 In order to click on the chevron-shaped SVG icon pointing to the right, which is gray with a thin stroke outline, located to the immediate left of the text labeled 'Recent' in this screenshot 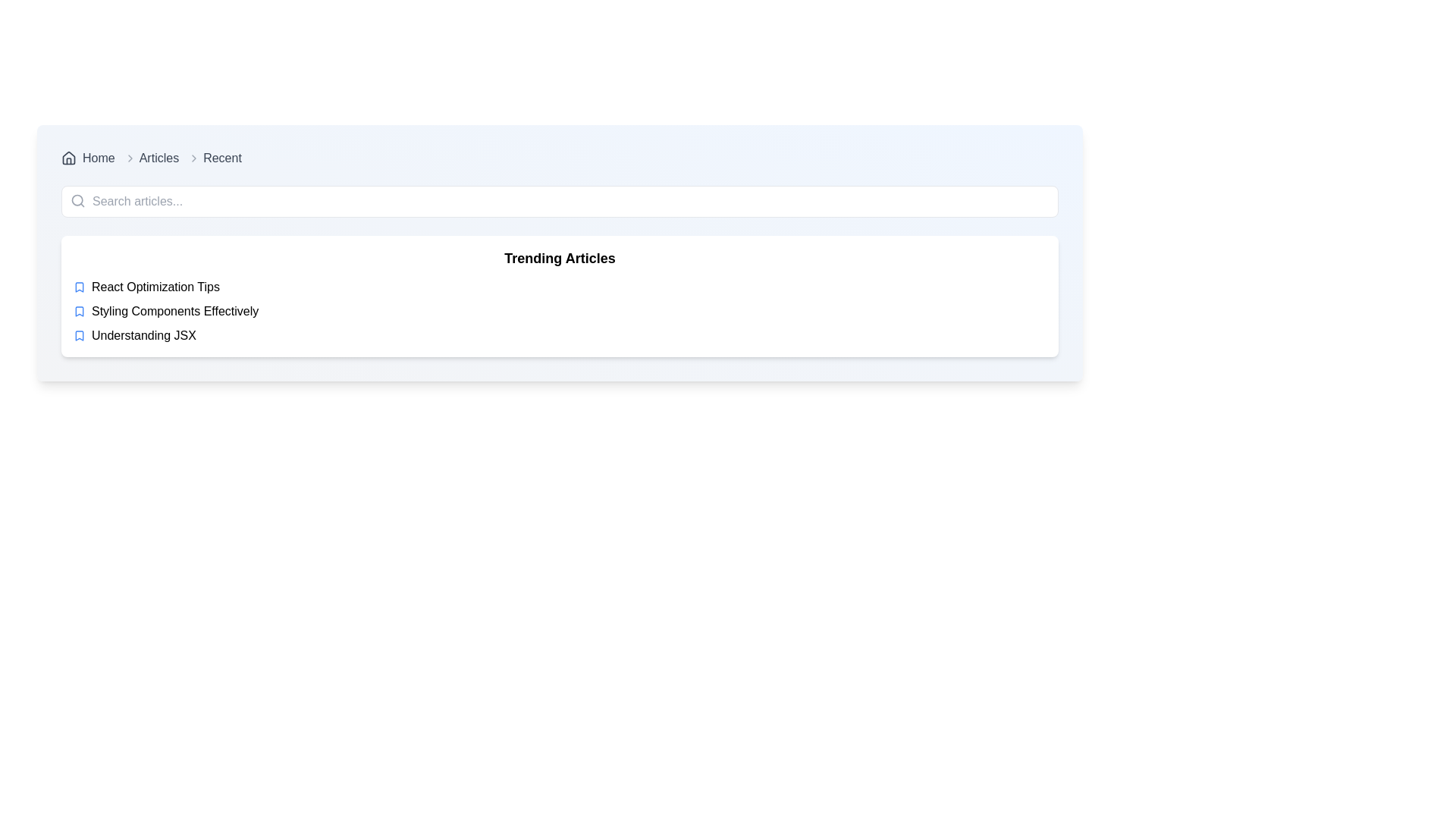, I will do `click(193, 158)`.